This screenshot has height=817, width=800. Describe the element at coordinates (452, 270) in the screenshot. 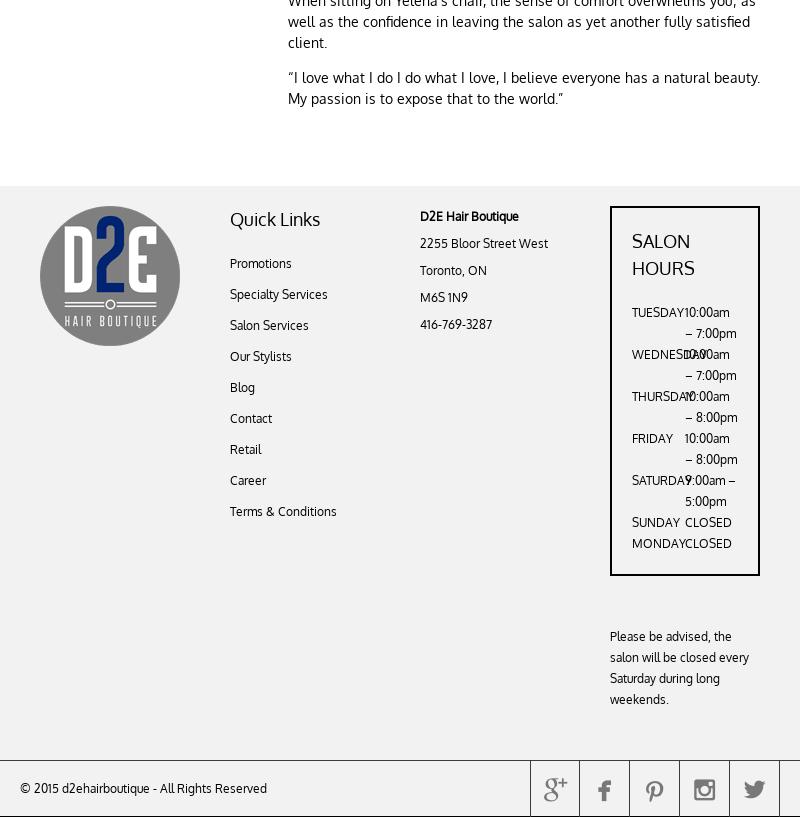

I see `'Toronto, ON'` at that location.